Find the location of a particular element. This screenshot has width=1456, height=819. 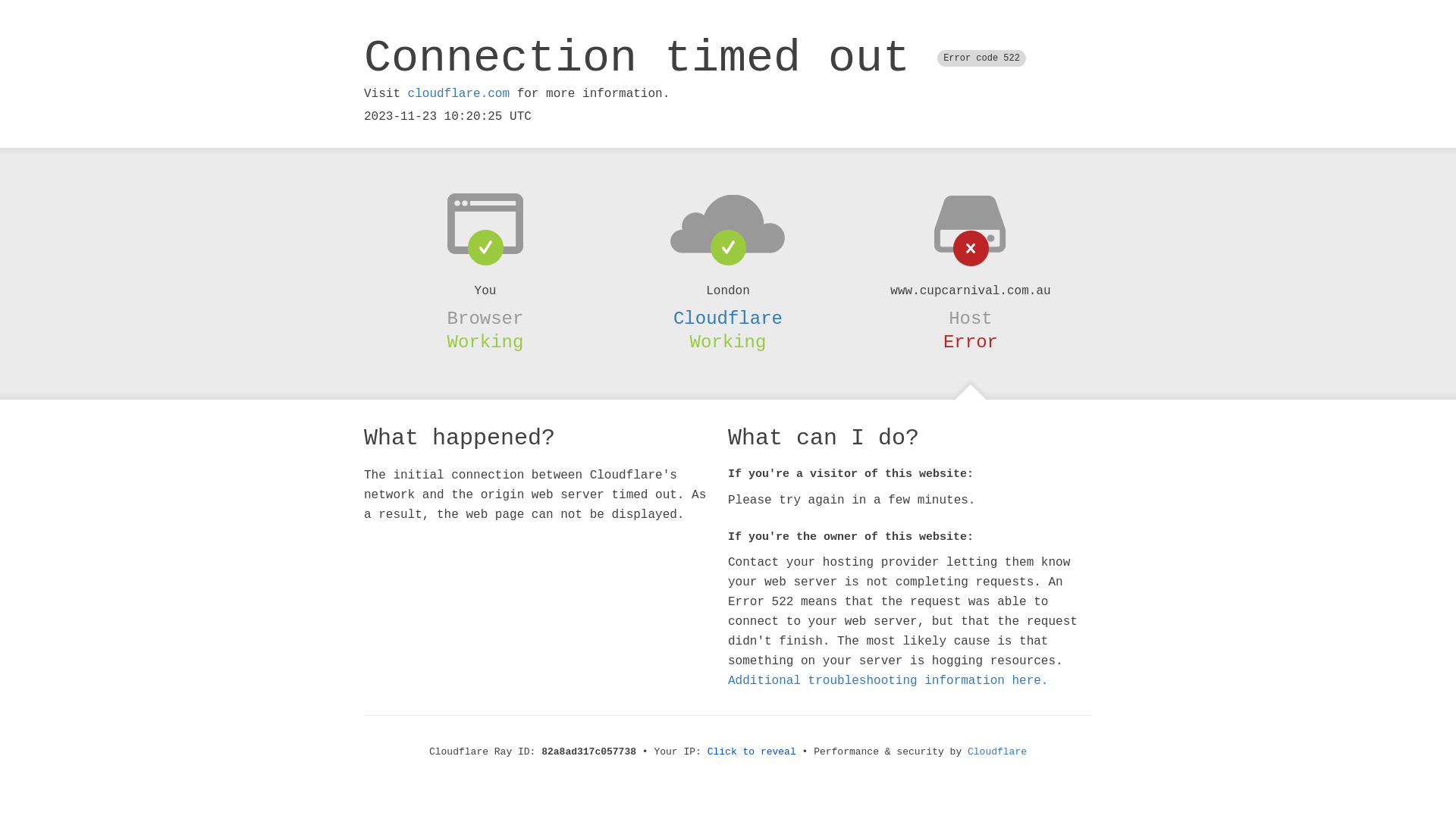

'Additional troubleshooting information here.' is located at coordinates (888, 680).